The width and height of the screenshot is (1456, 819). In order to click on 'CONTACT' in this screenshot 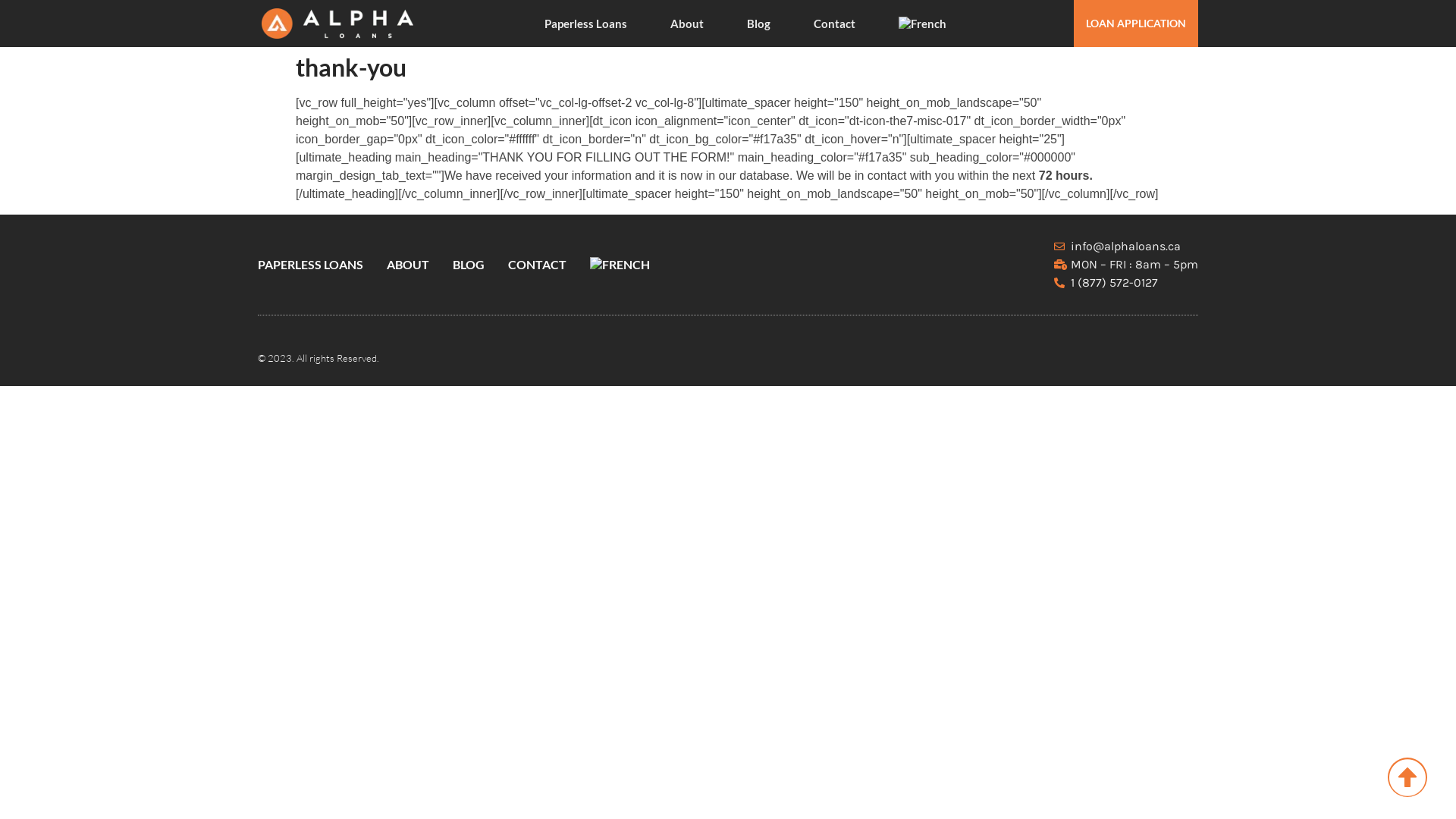, I will do `click(537, 263)`.